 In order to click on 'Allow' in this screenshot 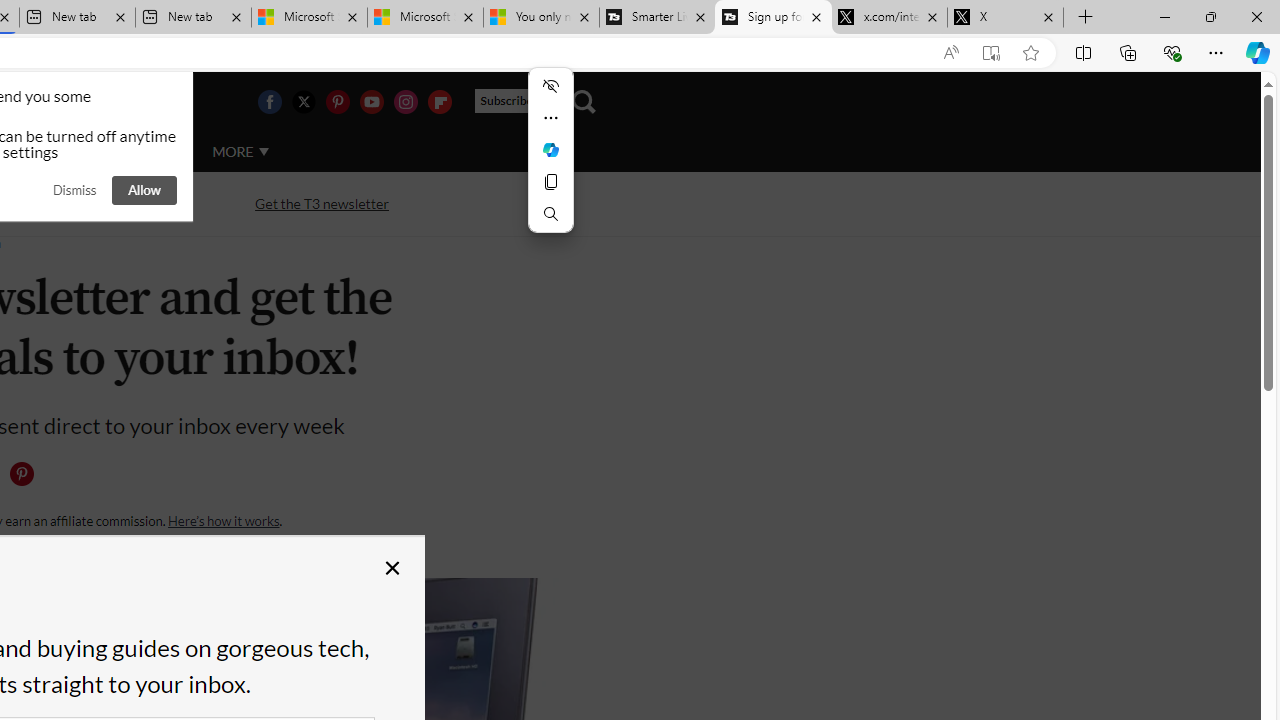, I will do `click(143, 190)`.